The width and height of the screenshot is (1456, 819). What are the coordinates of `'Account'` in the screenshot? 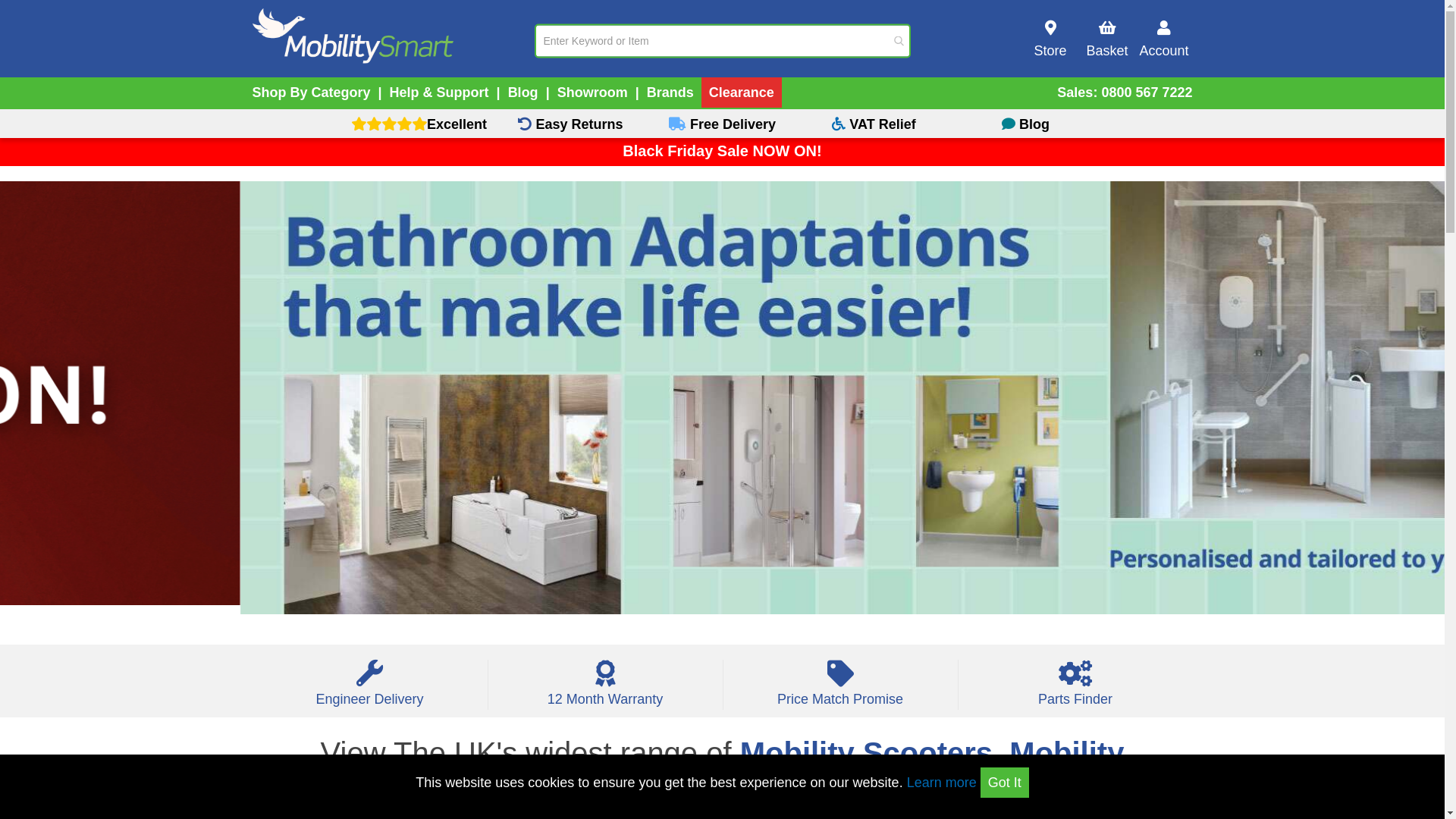 It's located at (1163, 38).